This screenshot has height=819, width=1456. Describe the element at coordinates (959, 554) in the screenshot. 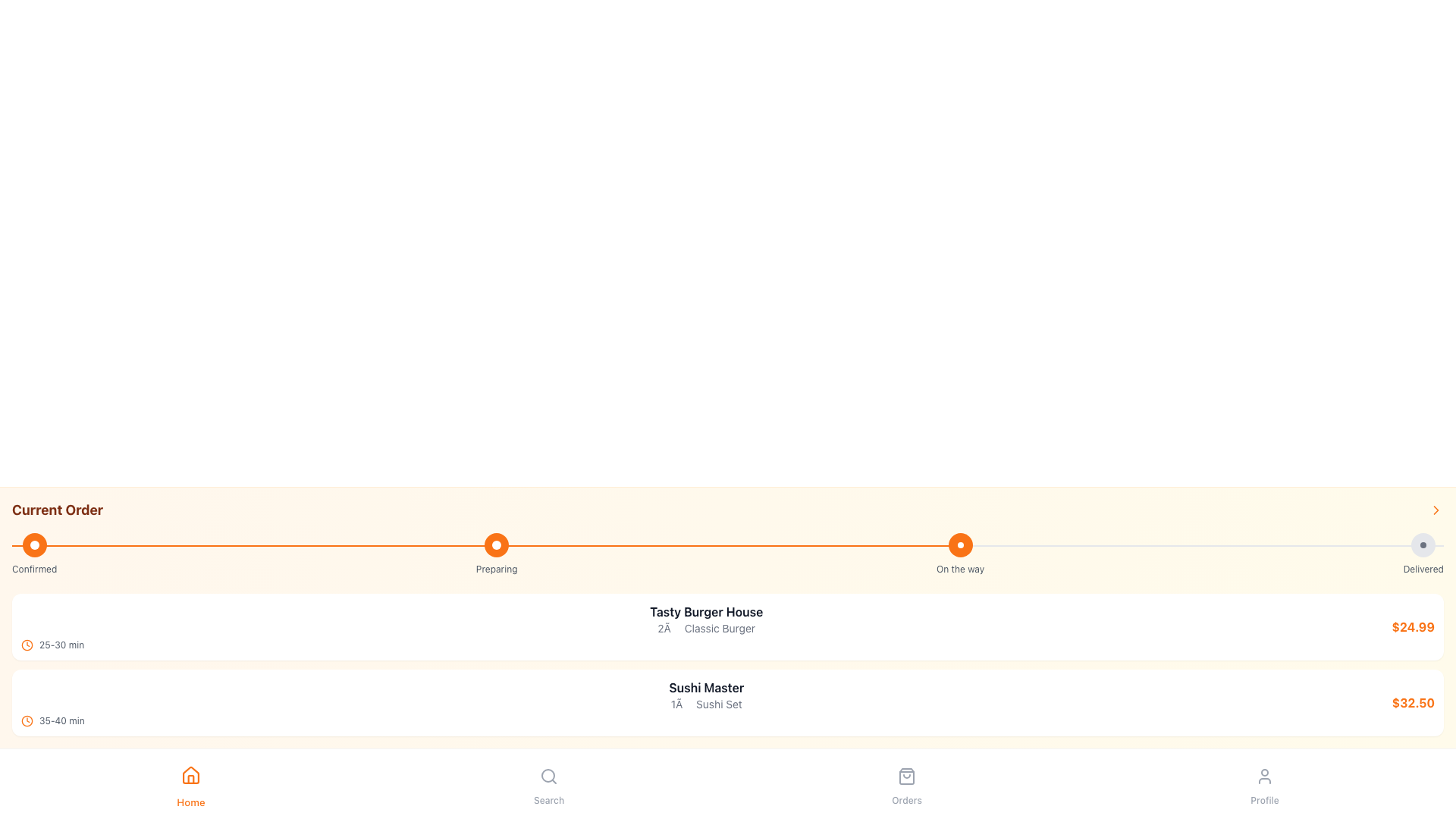

I see `the third milestone status indicator with the text 'On the way' in the horizontal progress tracker, which features a circular orange icon and is located near the center-right of the tracker` at that location.